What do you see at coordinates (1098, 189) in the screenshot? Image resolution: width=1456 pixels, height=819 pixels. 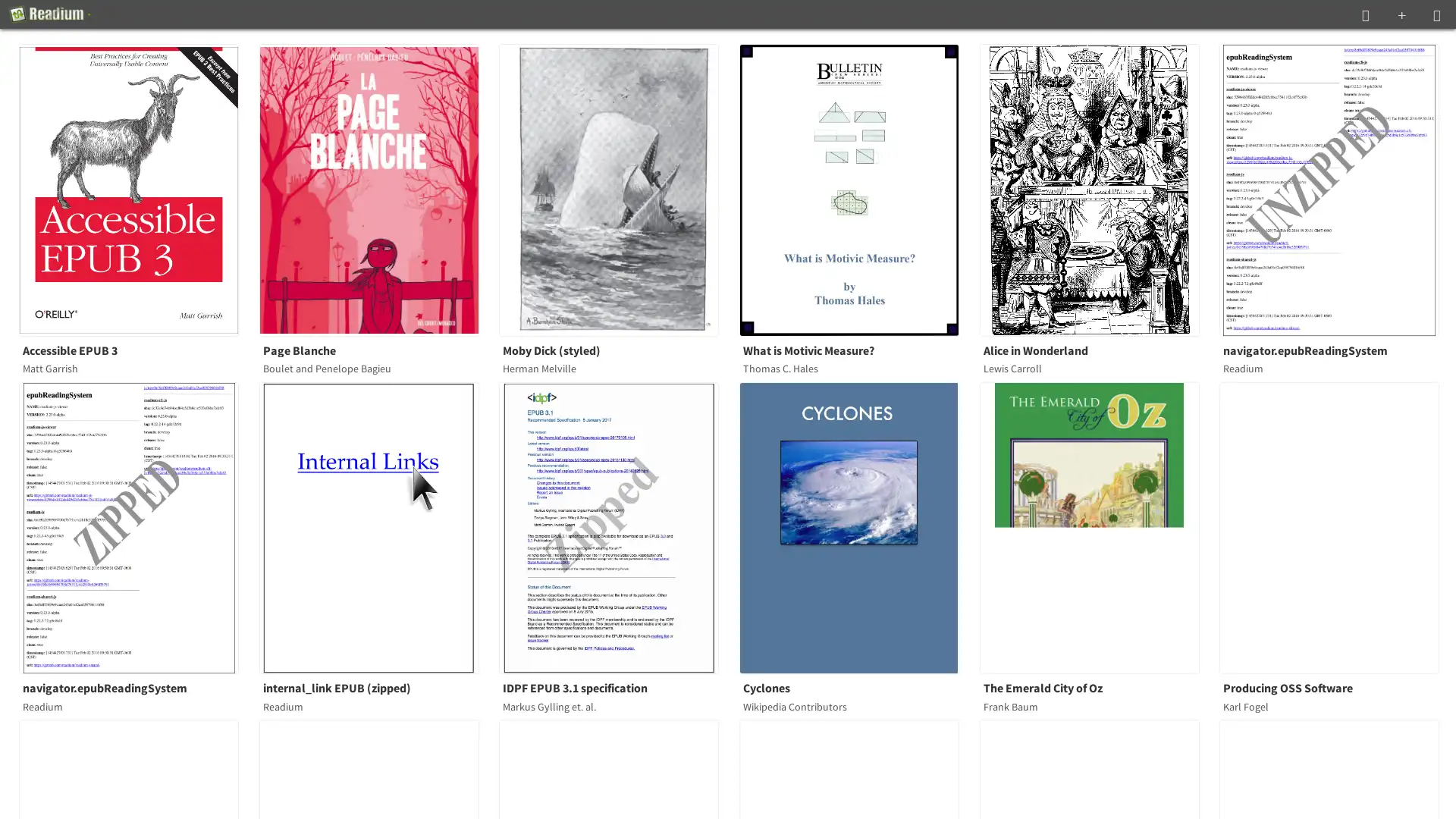 I see `(5) Alice in Wonderland` at bounding box center [1098, 189].